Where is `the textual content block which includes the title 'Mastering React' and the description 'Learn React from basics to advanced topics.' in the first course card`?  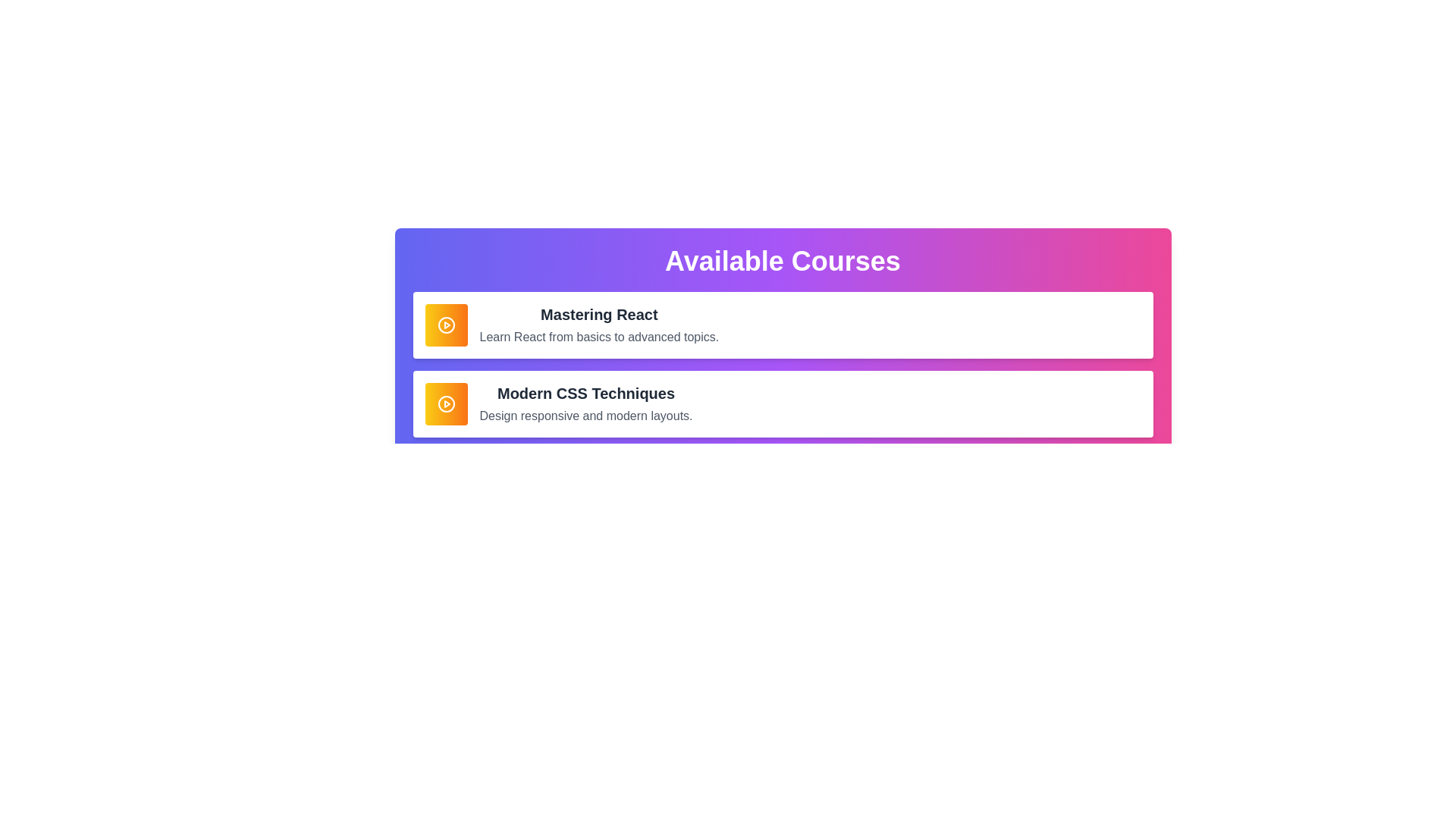 the textual content block which includes the title 'Mastering React' and the description 'Learn React from basics to advanced topics.' in the first course card is located at coordinates (598, 324).